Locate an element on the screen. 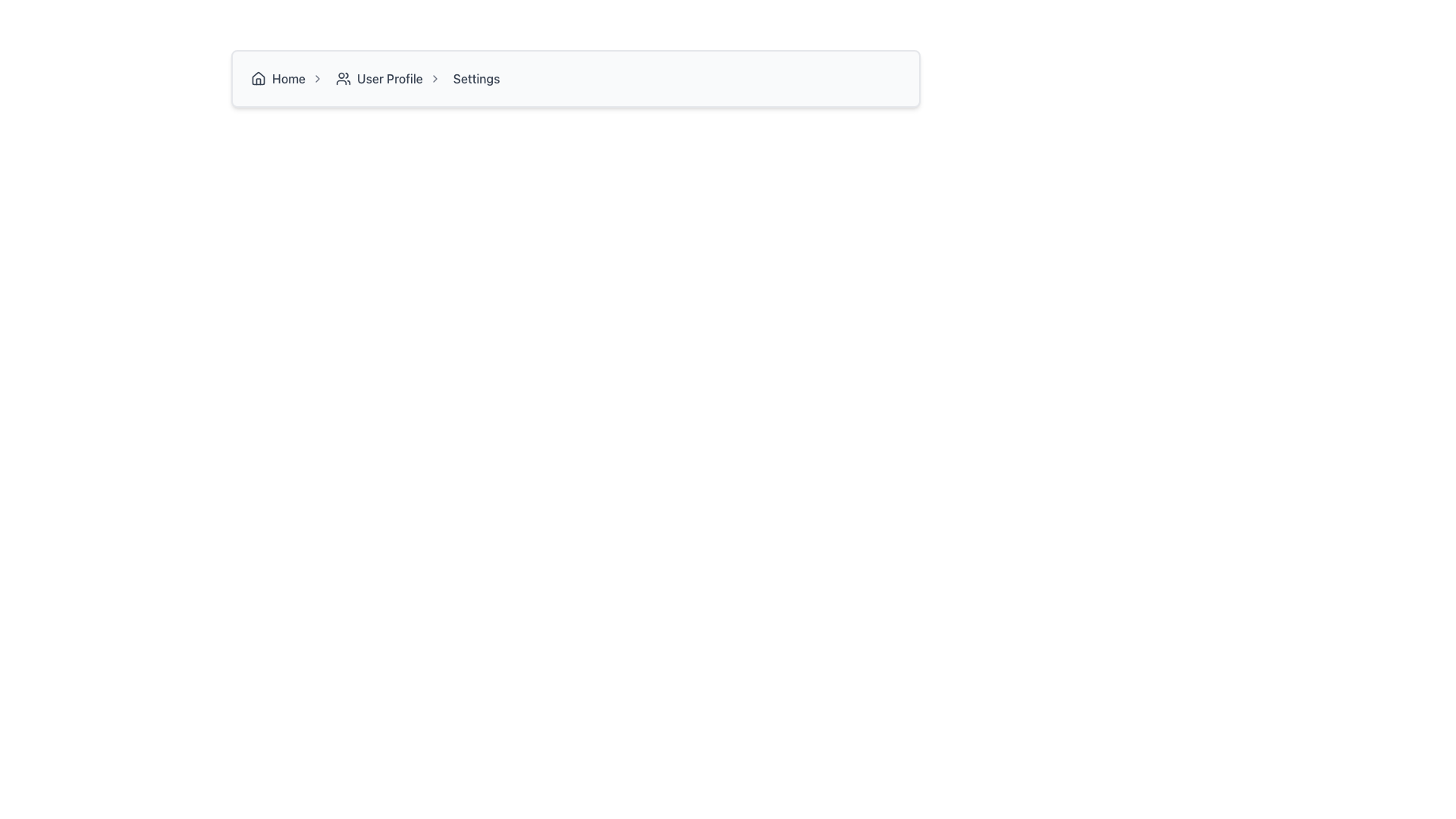 The width and height of the screenshot is (1456, 819). the 'Home' text label in the breadcrumb navigation bar is located at coordinates (288, 79).